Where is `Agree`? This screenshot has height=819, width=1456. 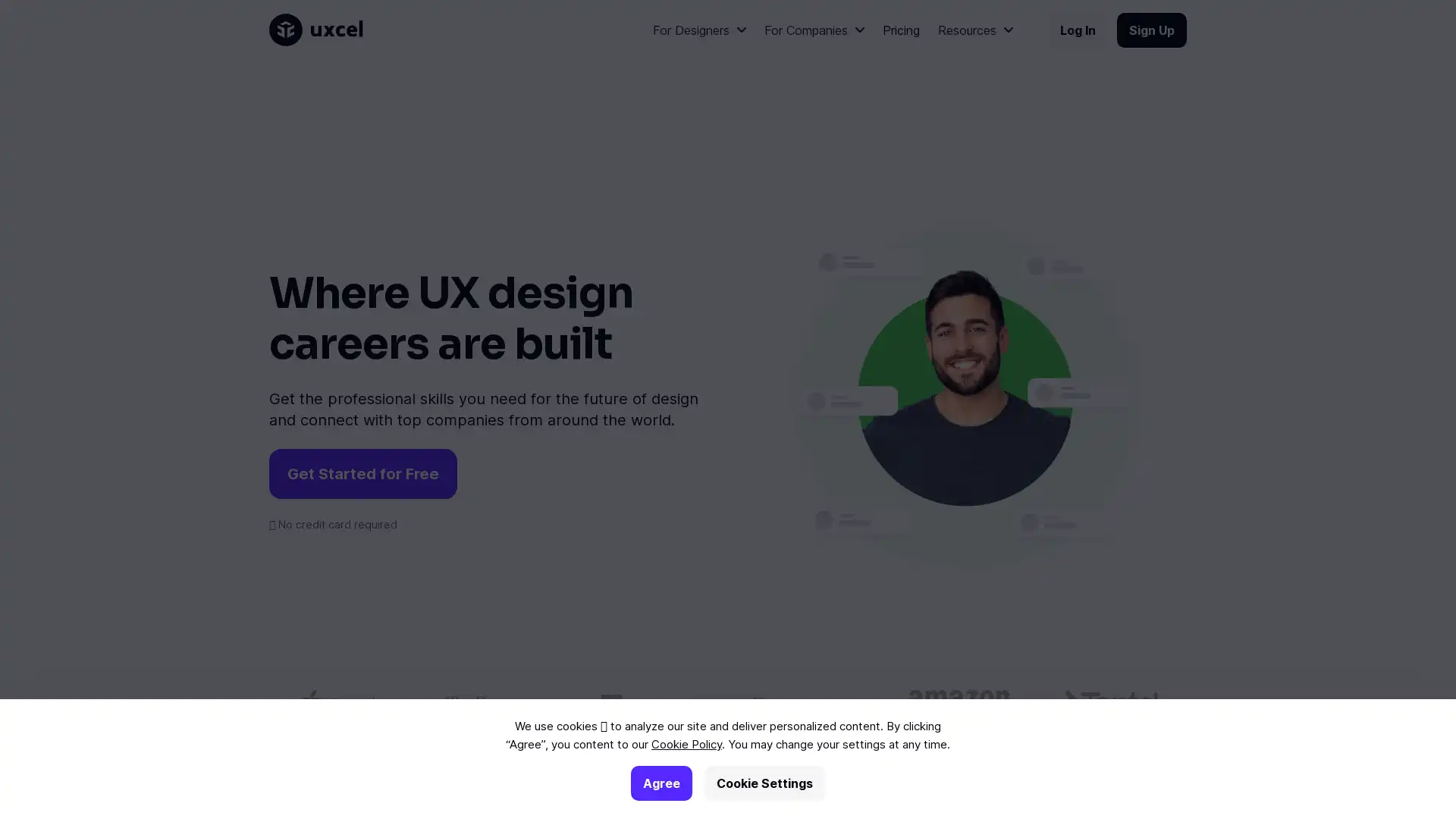 Agree is located at coordinates (661, 783).